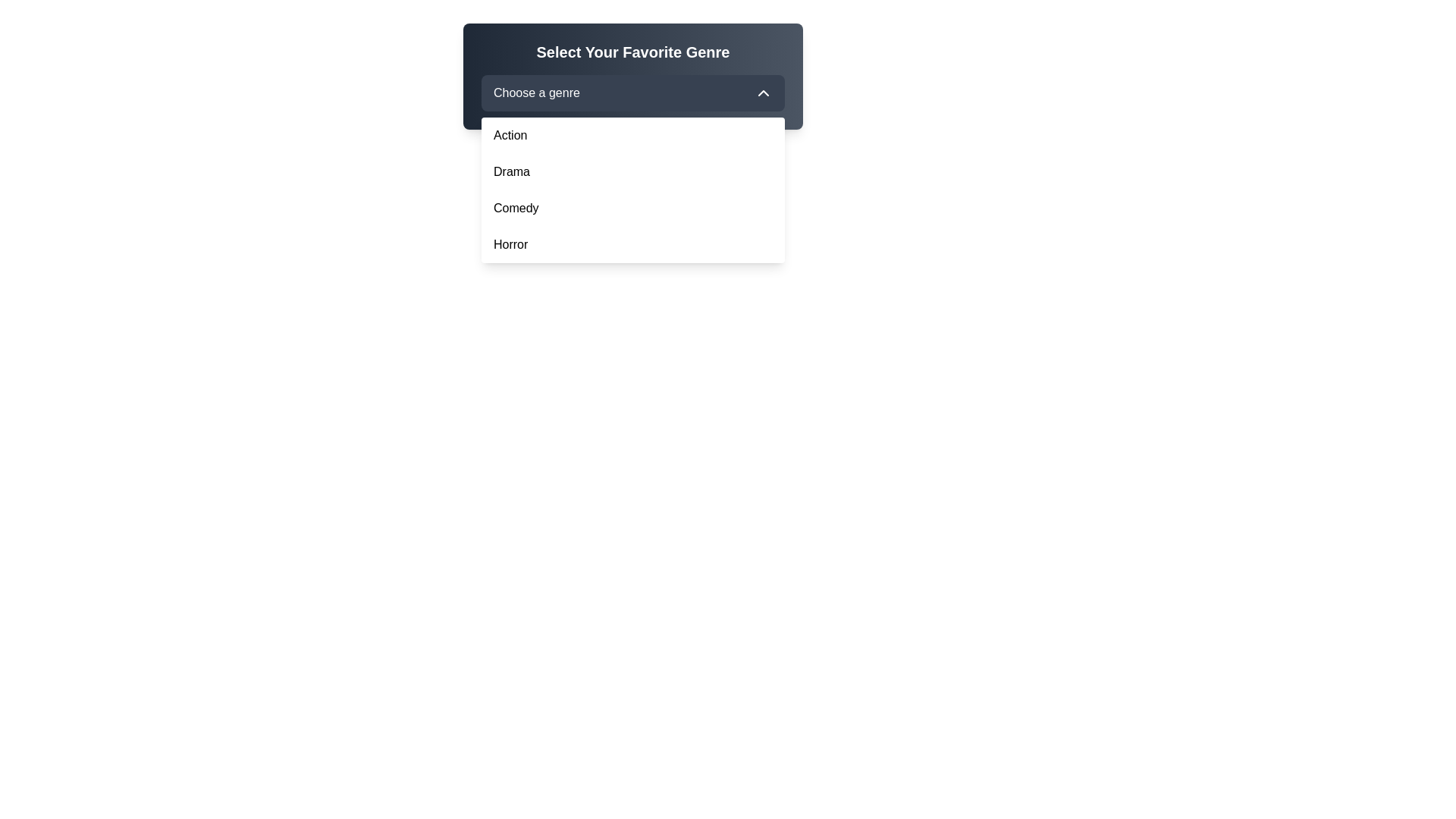 The width and height of the screenshot is (1456, 819). What do you see at coordinates (516, 208) in the screenshot?
I see `the 'Comedy' option in the dropdown menu, which is the third visible item below 'Drama' and above 'Horror'` at bounding box center [516, 208].